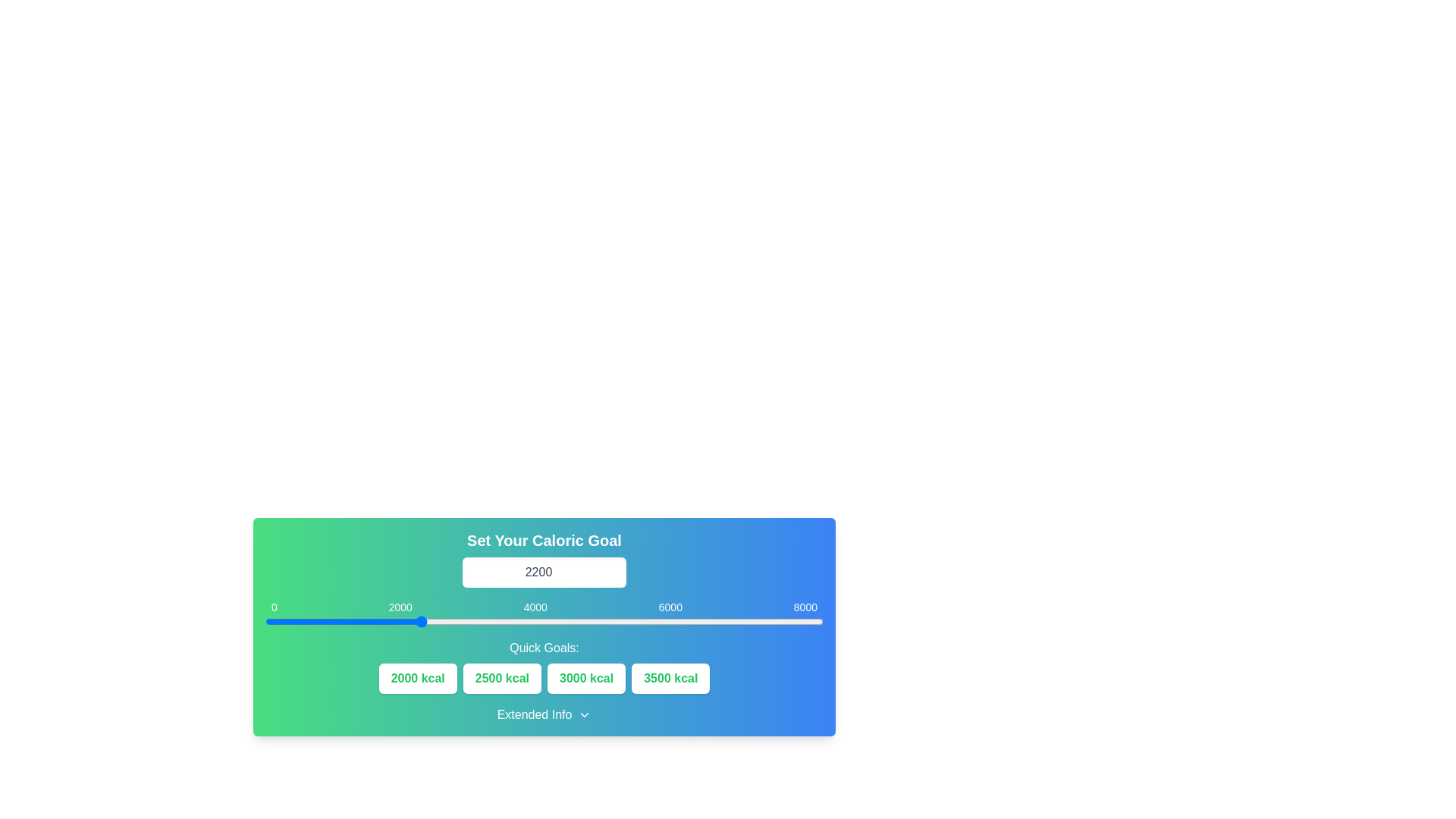  I want to click on the button labeled '3500 kcal', which is the fourth button in a series of four, located at the bottom section of the interface, so click(670, 677).